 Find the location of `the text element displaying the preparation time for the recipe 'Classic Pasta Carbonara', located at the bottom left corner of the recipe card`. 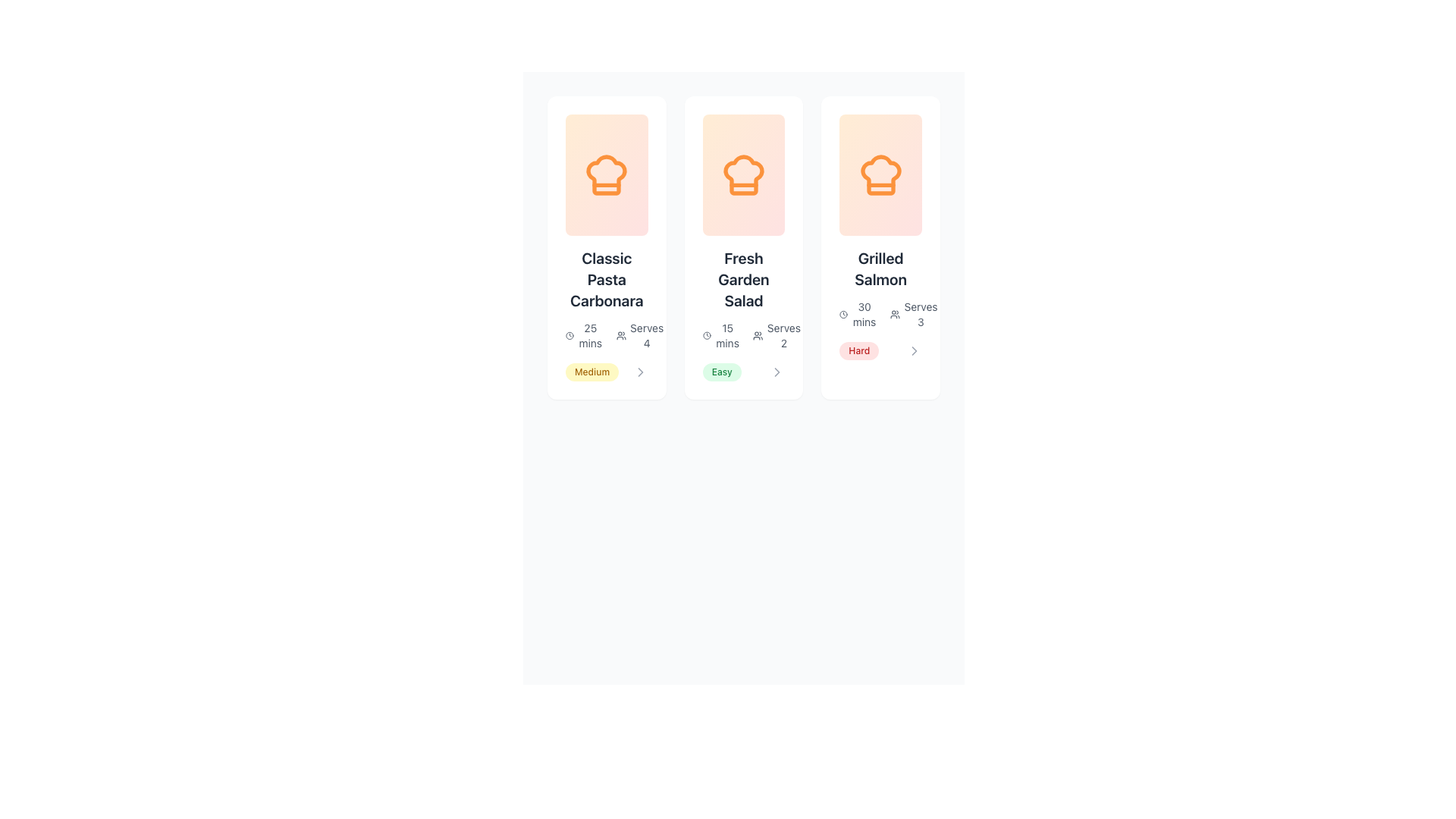

the text element displaying the preparation time for the recipe 'Classic Pasta Carbonara', located at the bottom left corner of the recipe card is located at coordinates (584, 335).